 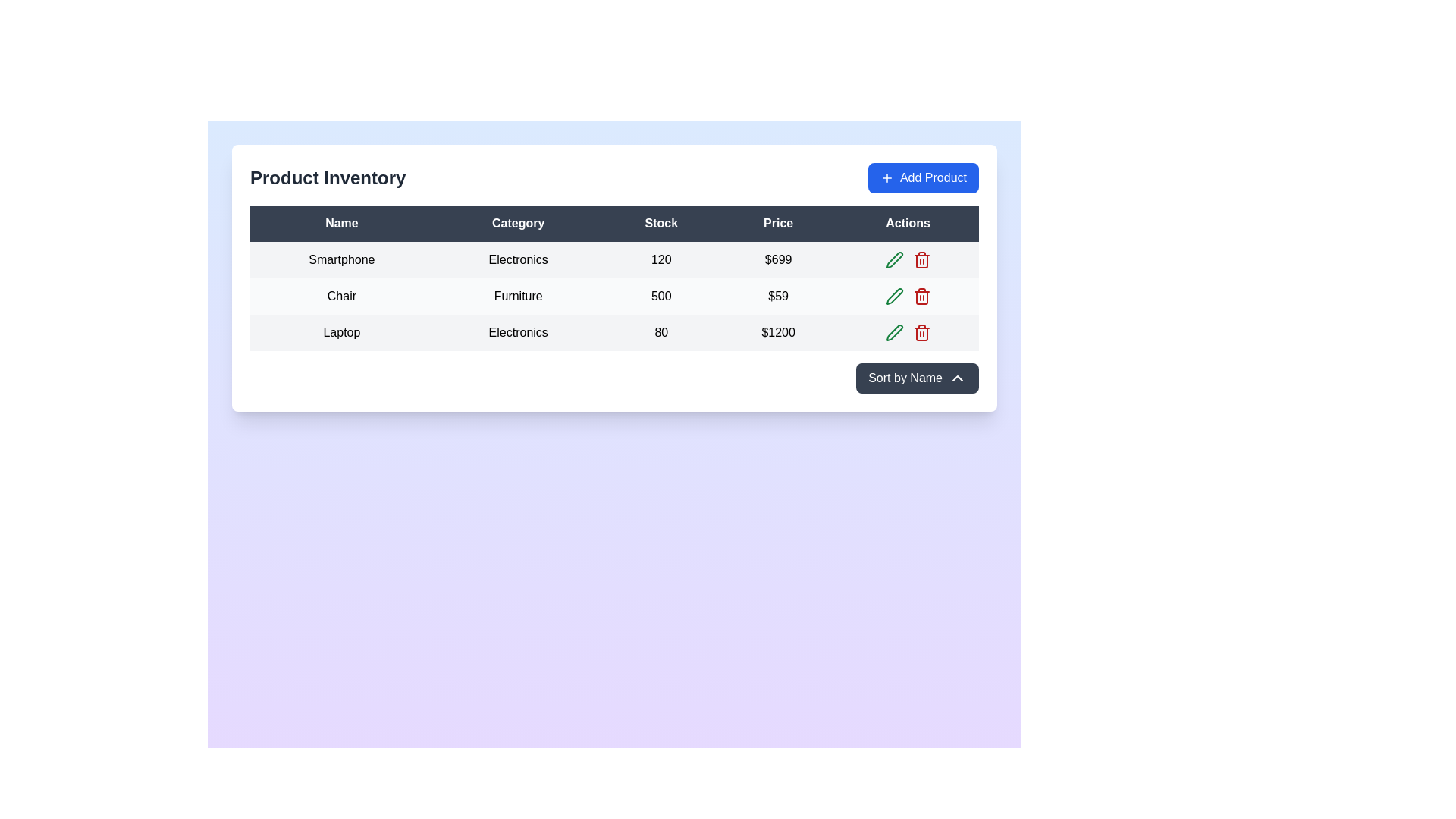 What do you see at coordinates (614, 296) in the screenshot?
I see `the table row containing 'Chair', 'Furniture', '500', and '$59' for a detailed view` at bounding box center [614, 296].